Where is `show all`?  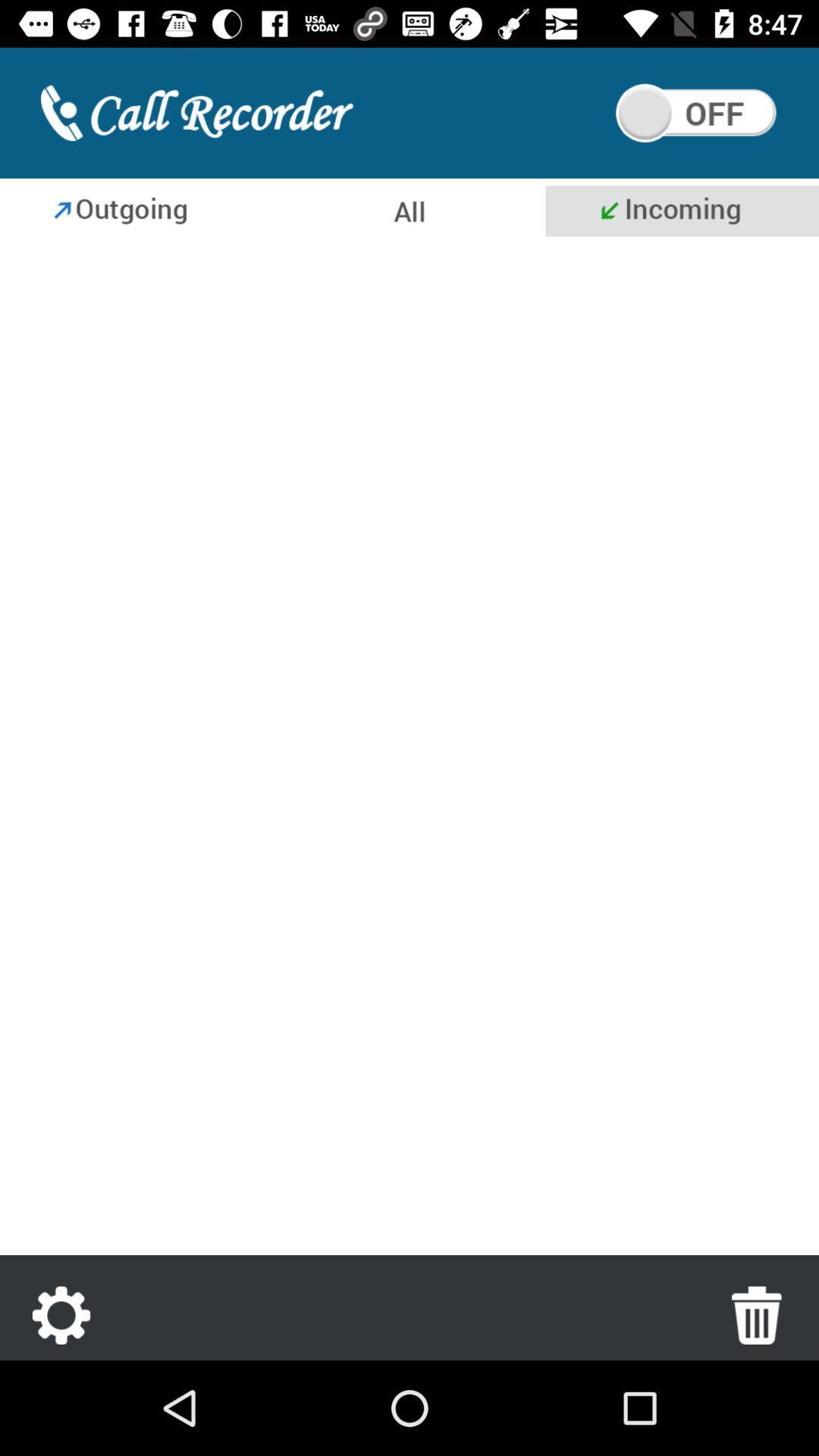 show all is located at coordinates (407, 210).